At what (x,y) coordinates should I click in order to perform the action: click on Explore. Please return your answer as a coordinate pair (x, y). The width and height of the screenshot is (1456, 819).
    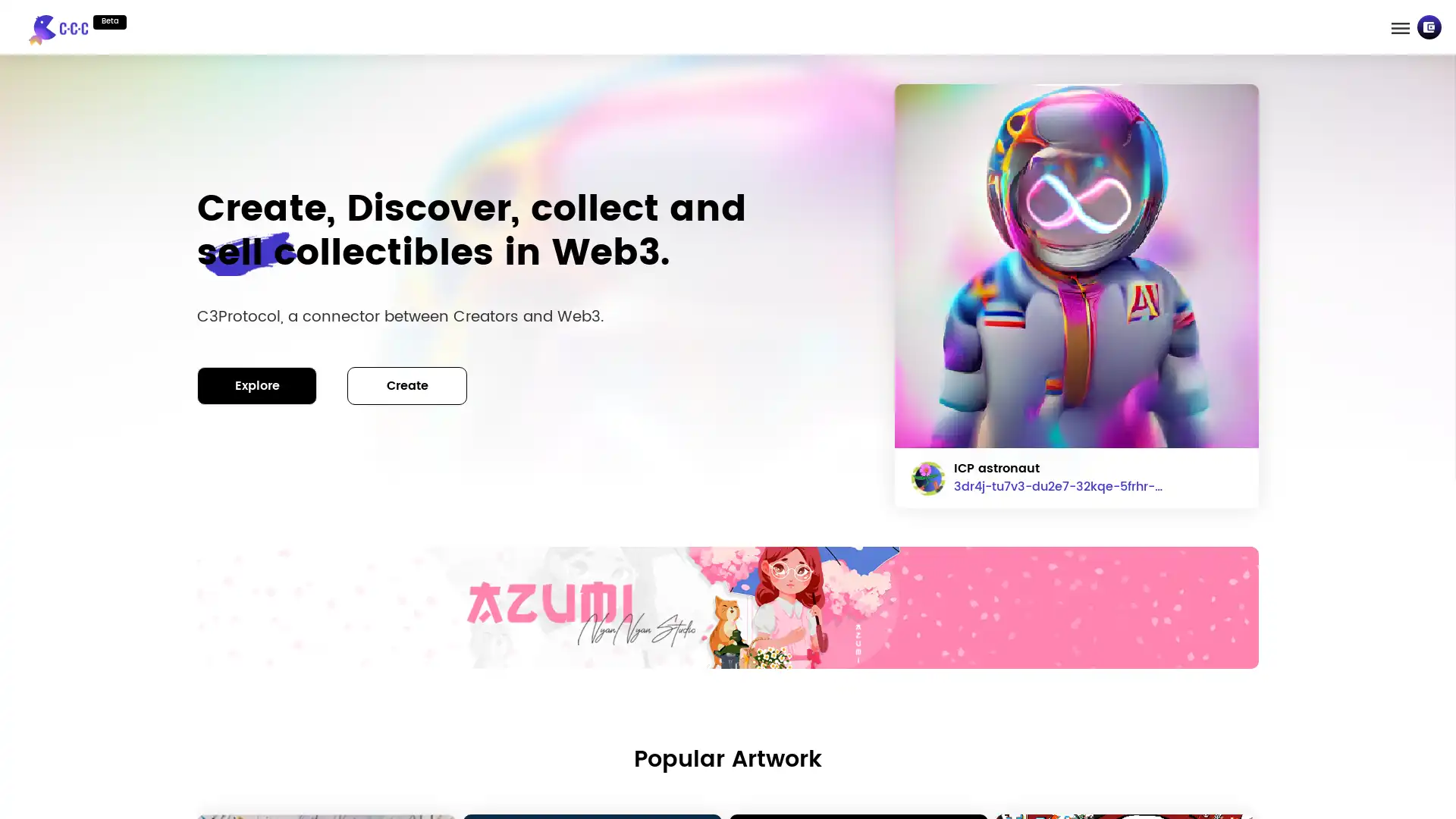
    Looking at the image, I should click on (257, 384).